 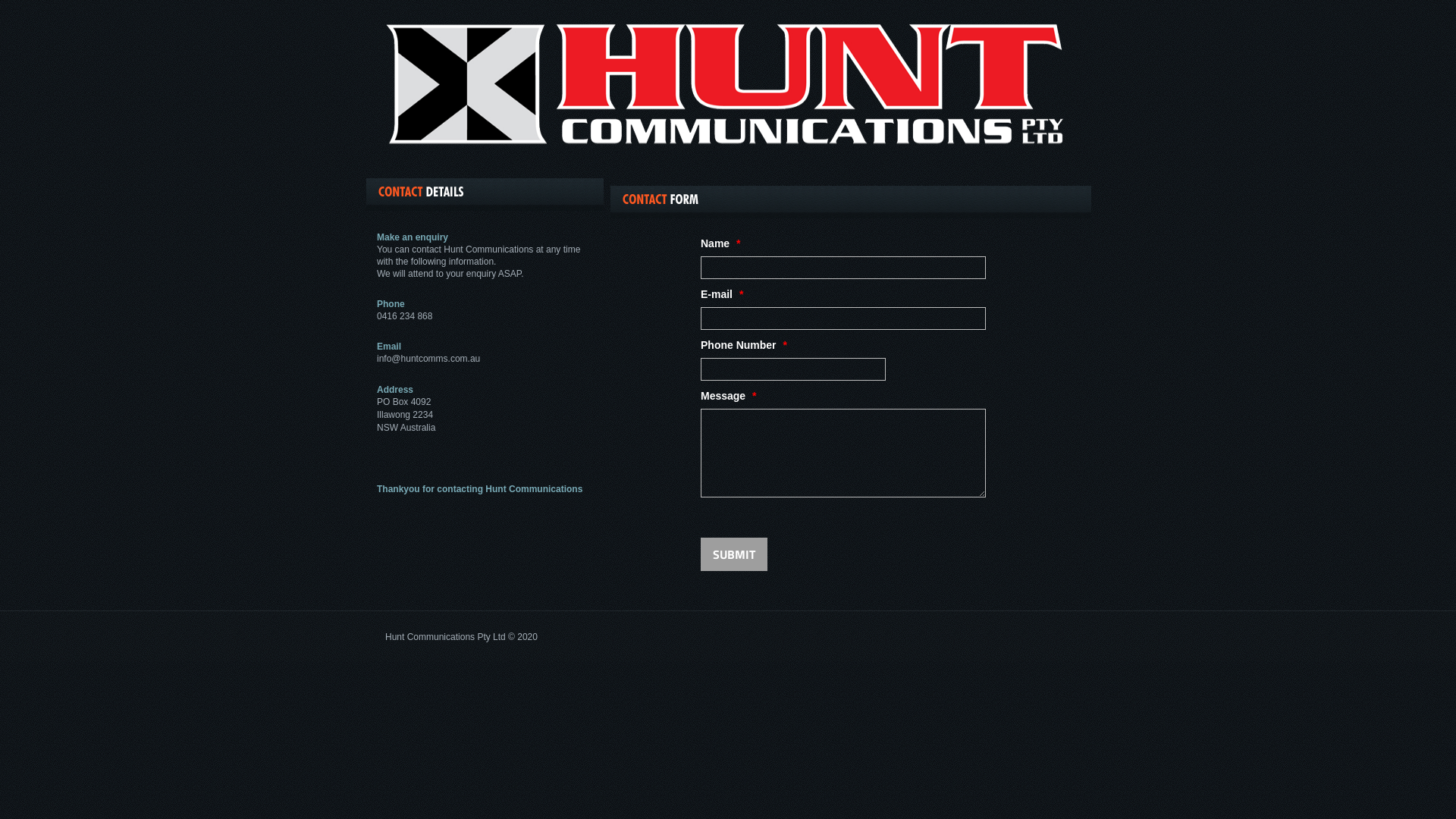 I want to click on 'SUBMIT', so click(x=734, y=554).